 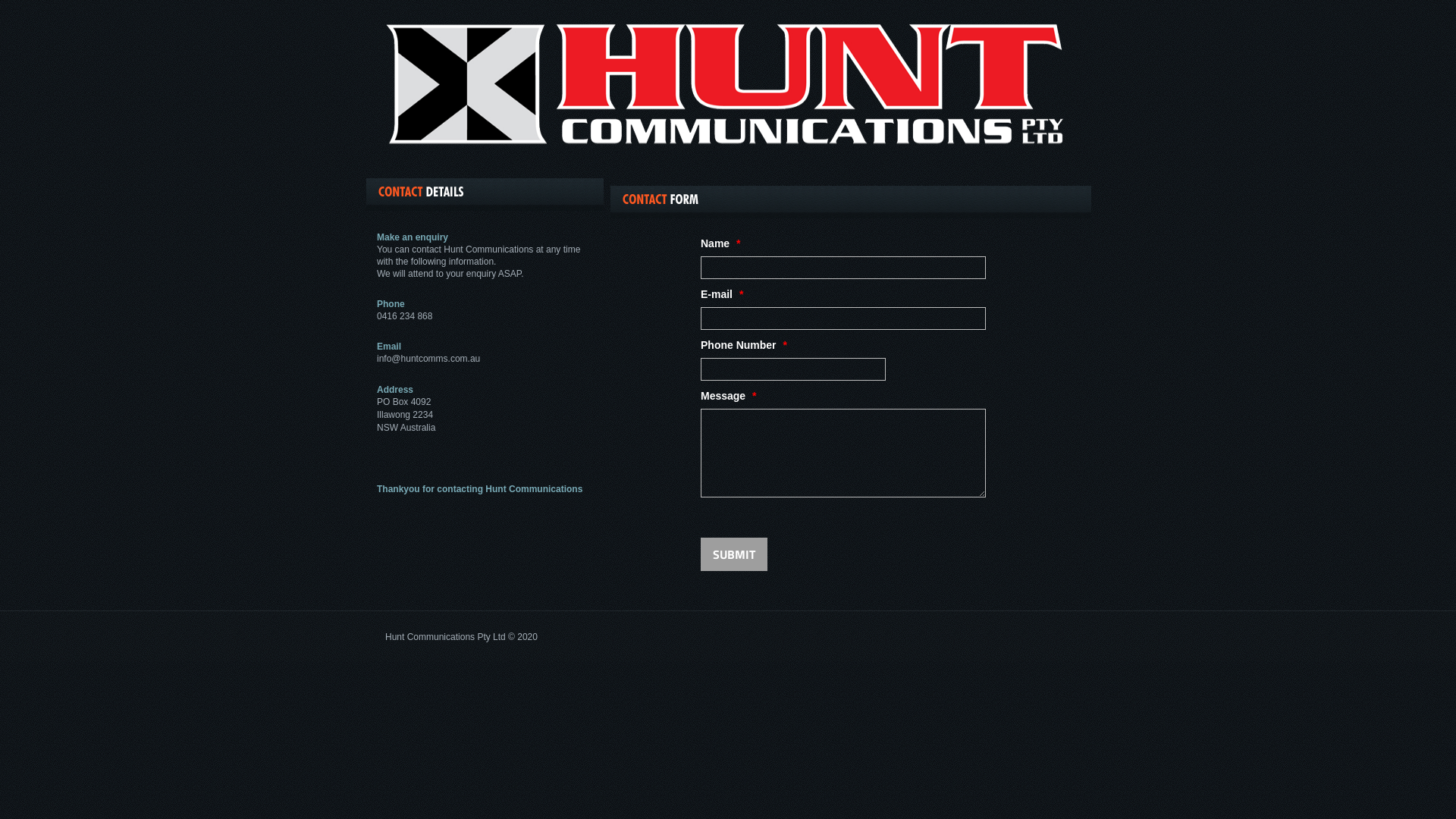 I want to click on 'SUBMIT', so click(x=734, y=554).